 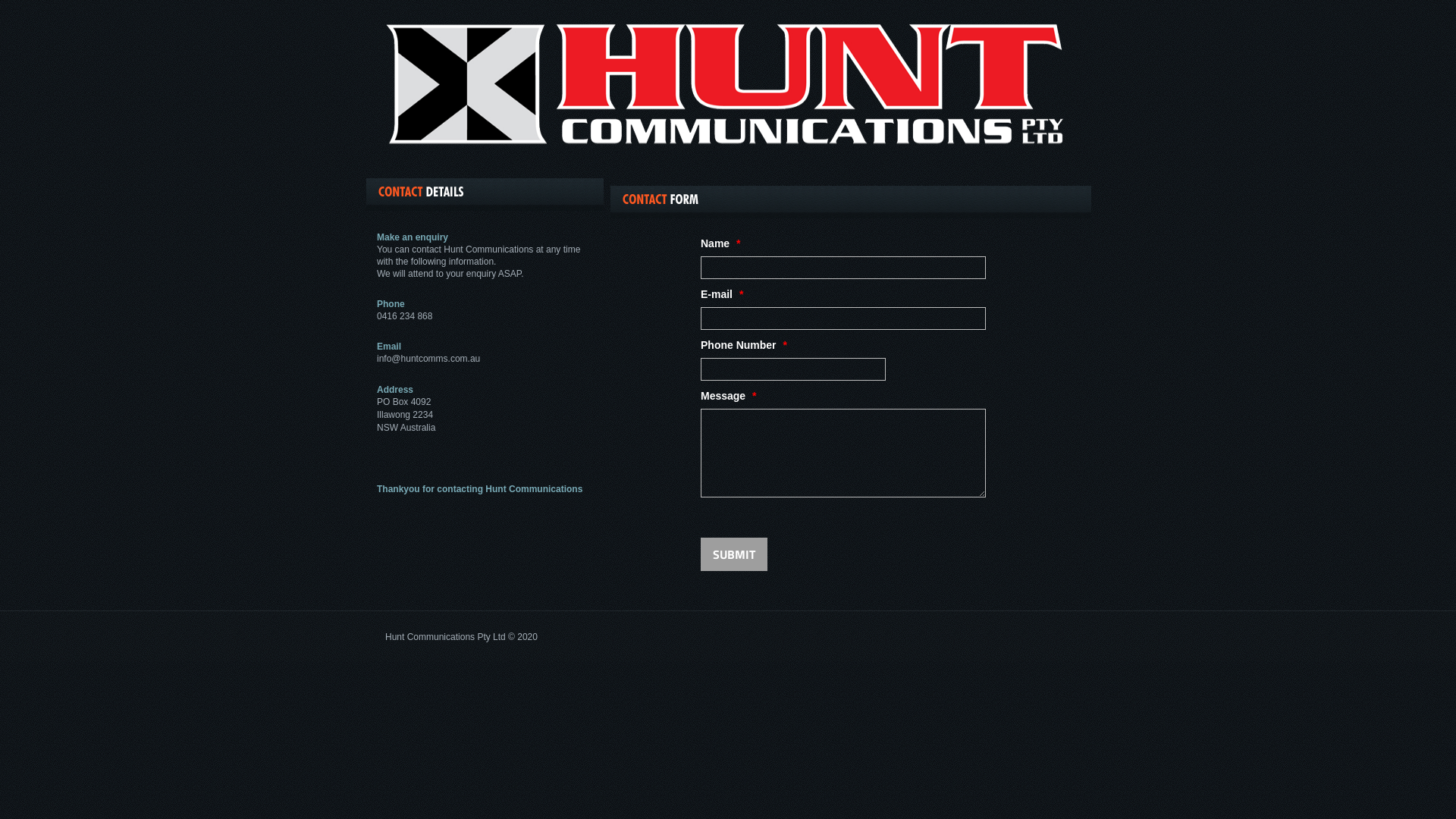 I want to click on 'SUBMIT', so click(x=734, y=554).